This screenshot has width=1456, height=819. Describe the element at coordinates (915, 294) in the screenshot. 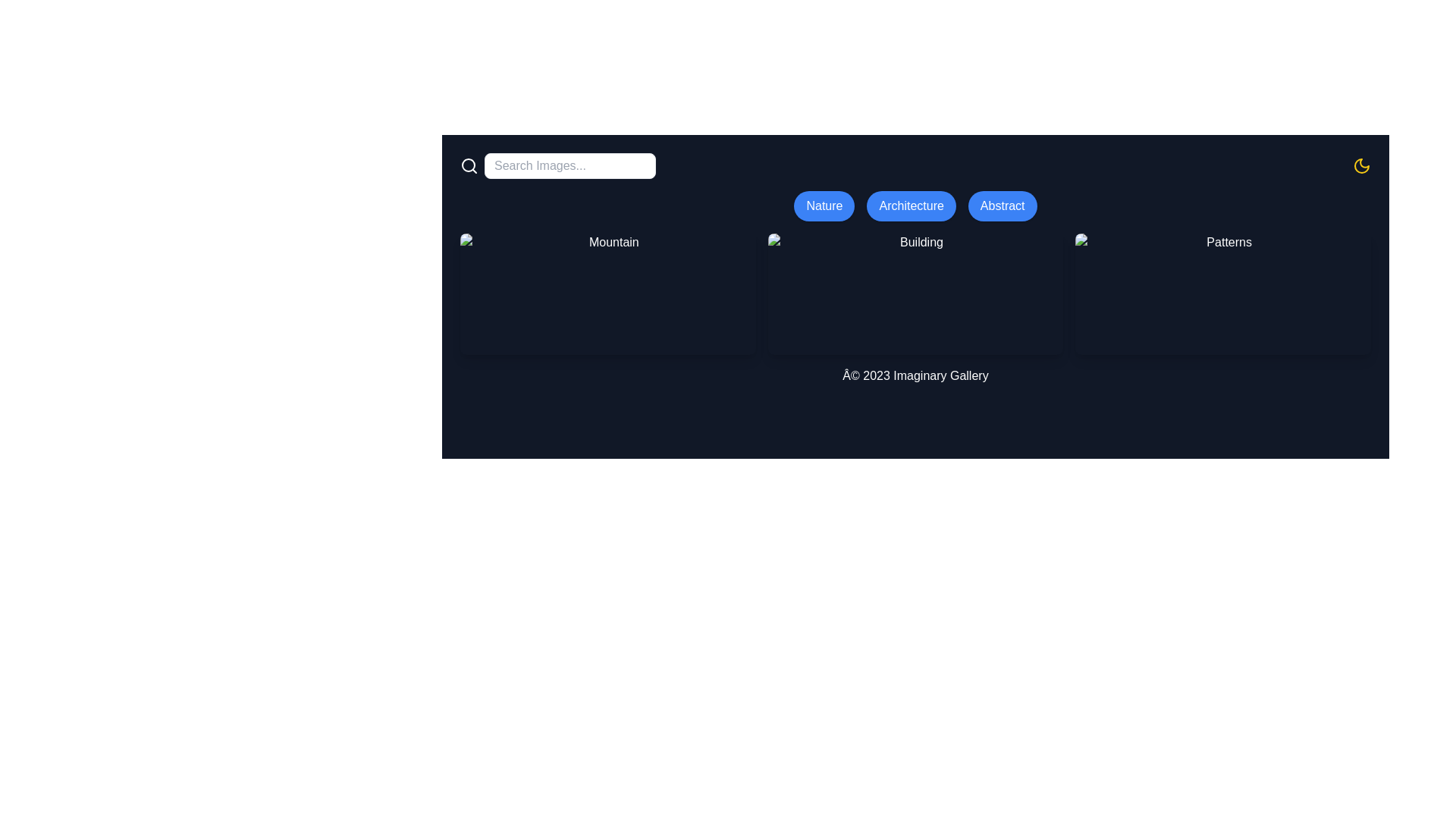

I see `the second item in the grid layout representing the 'Building' category` at that location.